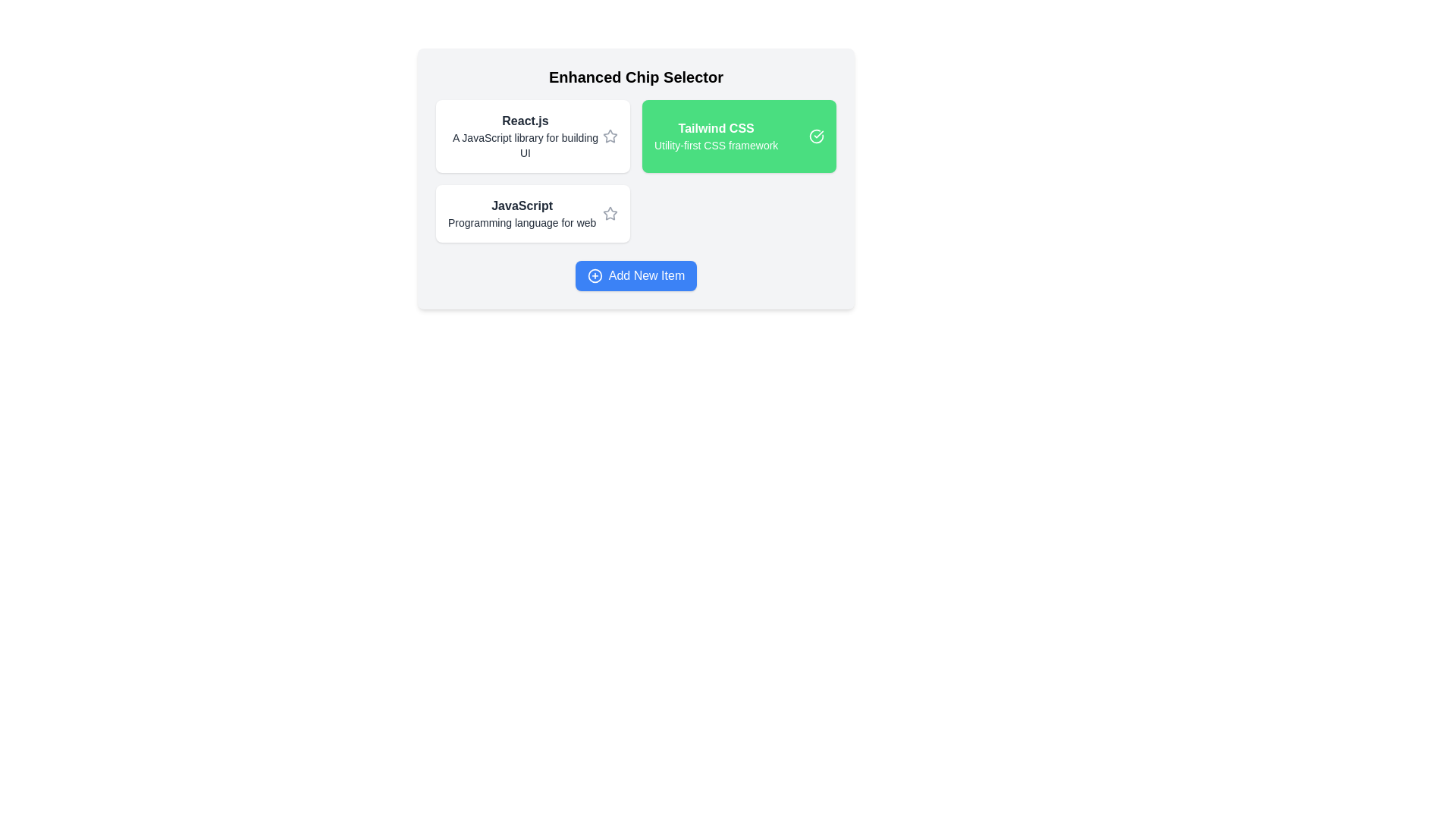 The width and height of the screenshot is (1456, 819). I want to click on the 'Add New Item' button located at the bottom of the 'Enhanced Chip Selector' interface, so click(636, 275).